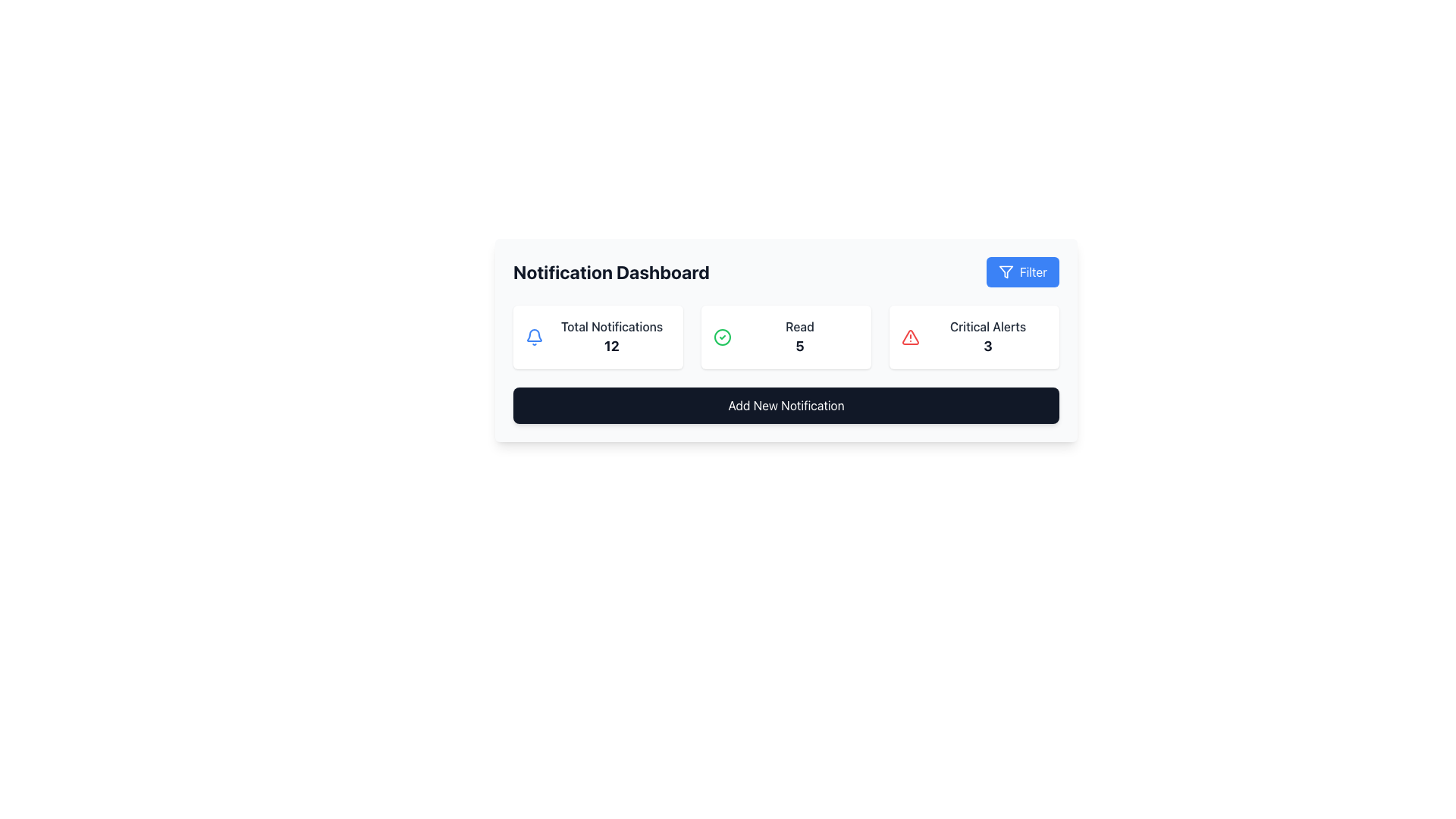 Image resolution: width=1456 pixels, height=819 pixels. Describe the element at coordinates (799, 326) in the screenshot. I see `the Text Label that indicates the count of 'Read' notifications, located in the middle section of the notification status panel, above the numerical value '5'` at that location.